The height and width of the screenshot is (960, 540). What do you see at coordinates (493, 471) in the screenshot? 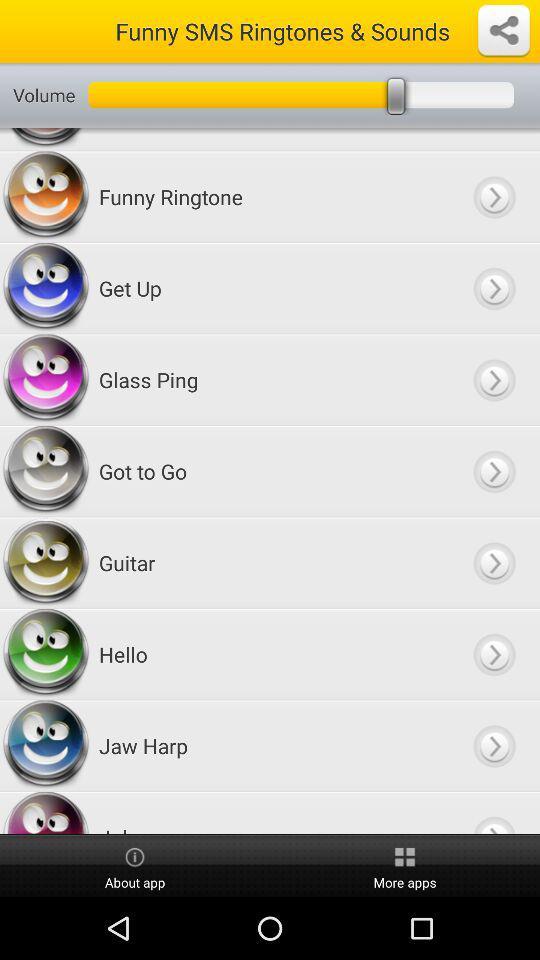
I see `next` at bounding box center [493, 471].